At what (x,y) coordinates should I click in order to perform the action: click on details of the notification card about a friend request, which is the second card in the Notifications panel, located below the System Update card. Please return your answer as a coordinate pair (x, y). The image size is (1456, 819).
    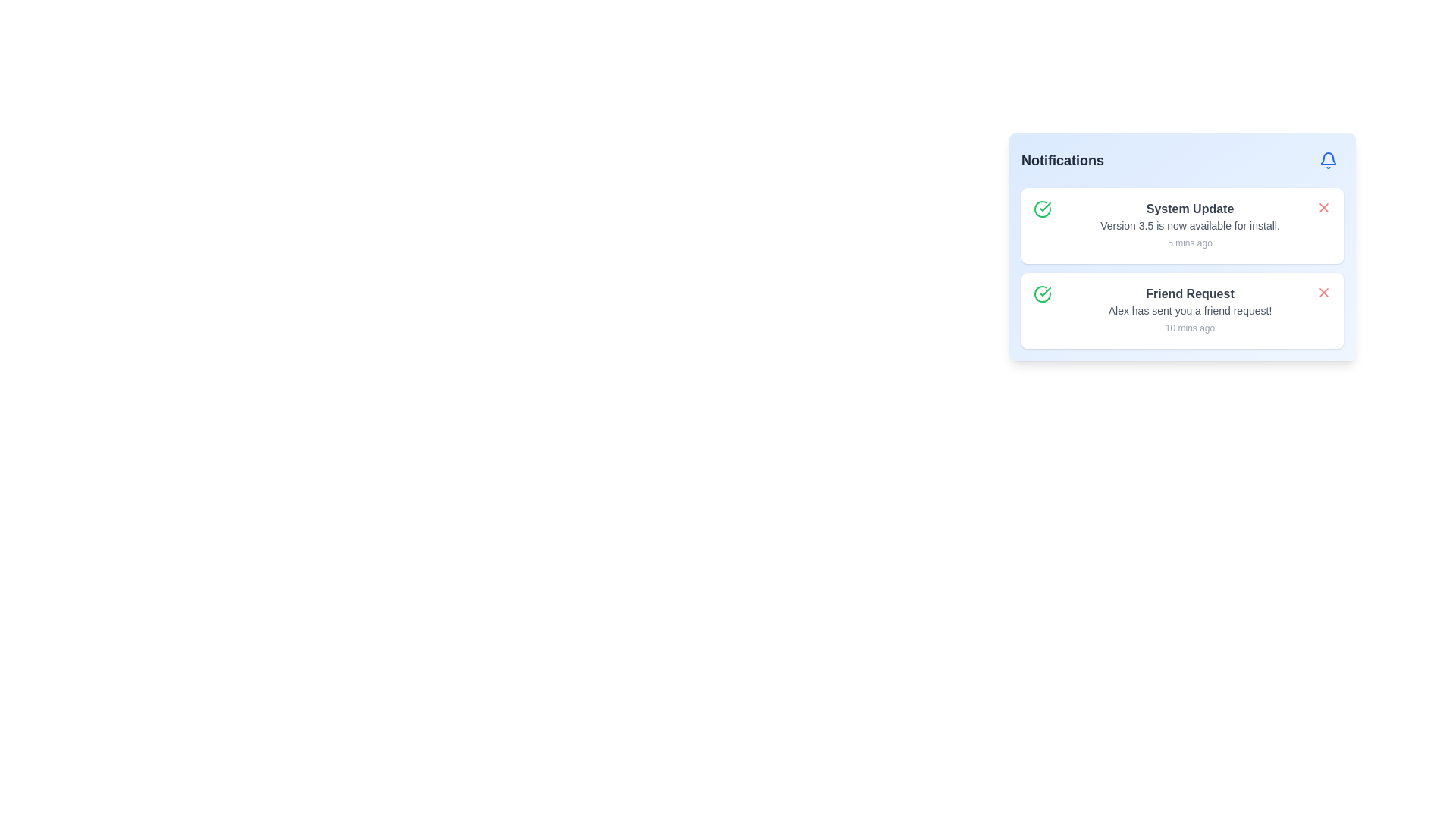
    Looking at the image, I should click on (1181, 268).